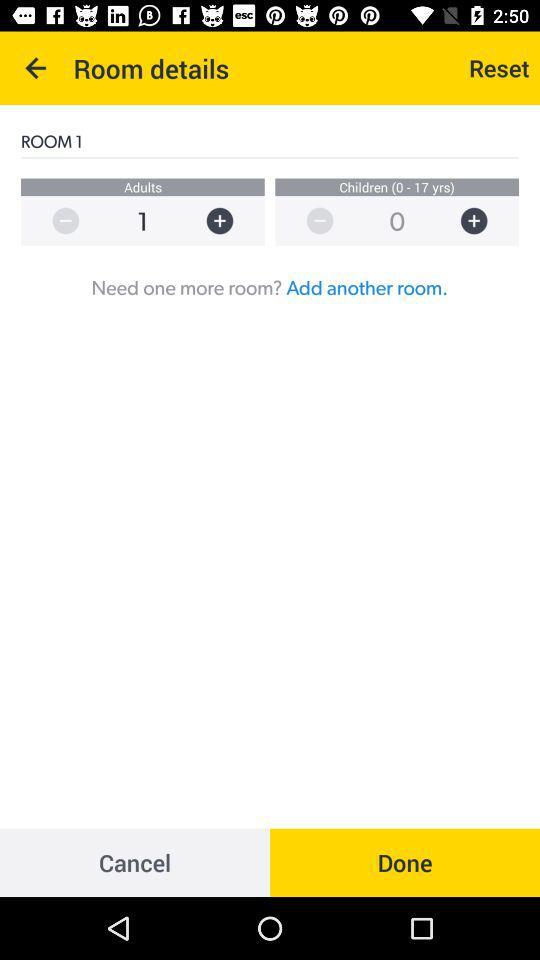 The width and height of the screenshot is (540, 960). I want to click on children to room order, so click(483, 221).